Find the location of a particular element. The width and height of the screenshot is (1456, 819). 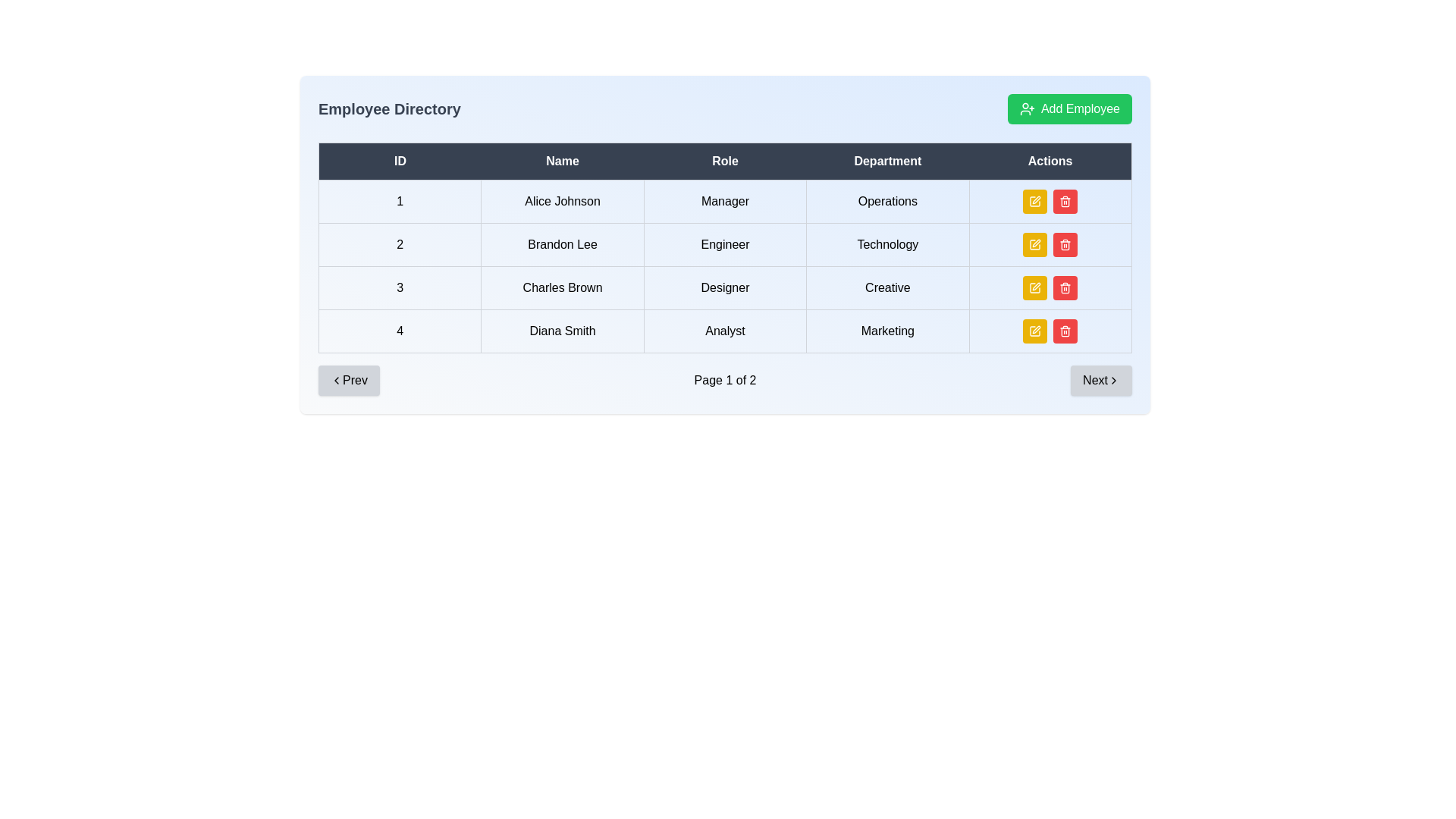

the text display element containing 'Engineer' in the second row of the table under the 'Role' column, positioned between 'Name' and 'Department.' is located at coordinates (724, 244).